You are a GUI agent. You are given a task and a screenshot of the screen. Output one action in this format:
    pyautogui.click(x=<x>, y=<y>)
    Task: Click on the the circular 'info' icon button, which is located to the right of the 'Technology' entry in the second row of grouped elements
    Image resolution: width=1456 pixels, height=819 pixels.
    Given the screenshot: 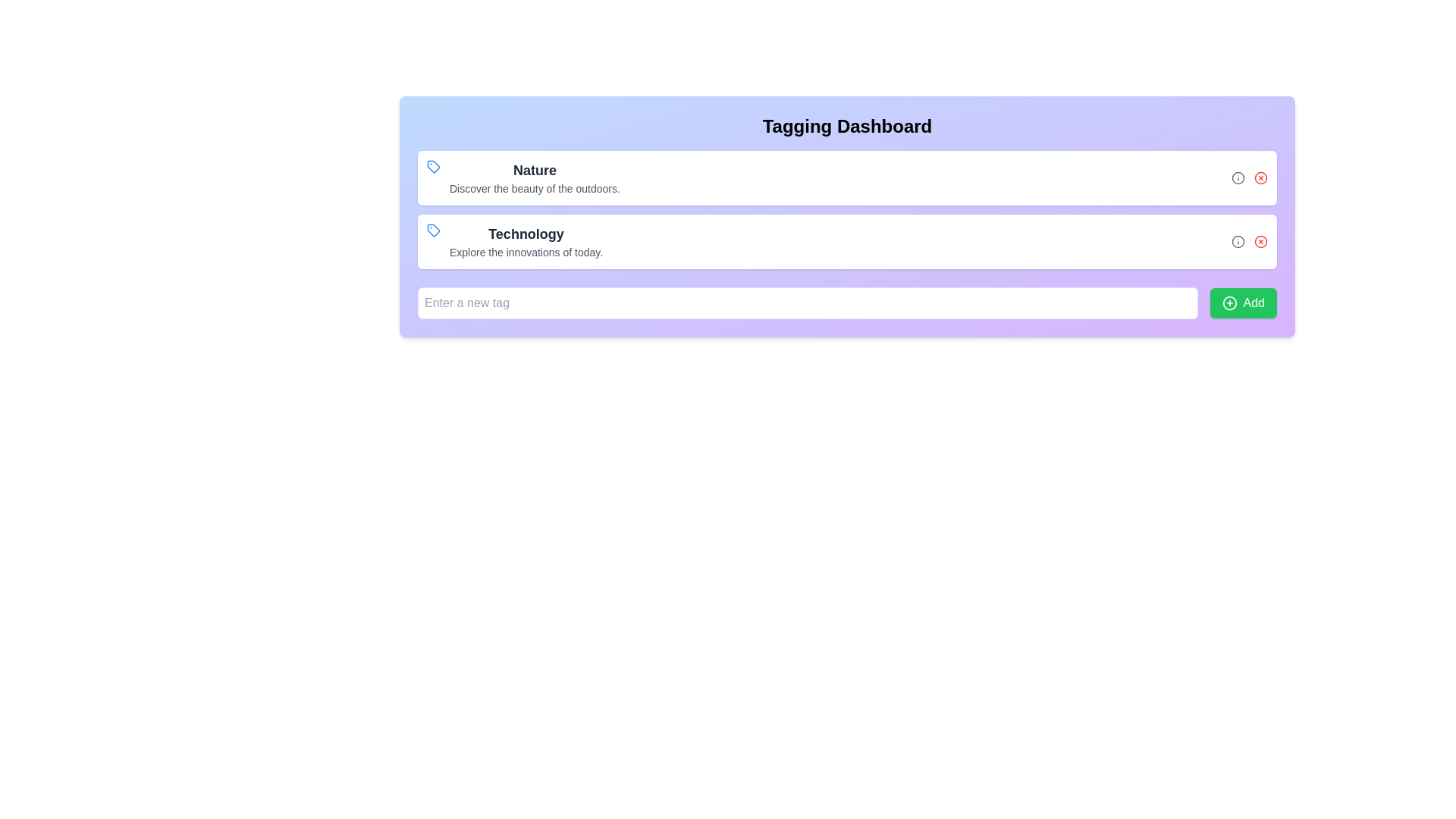 What is the action you would take?
    pyautogui.click(x=1238, y=241)
    